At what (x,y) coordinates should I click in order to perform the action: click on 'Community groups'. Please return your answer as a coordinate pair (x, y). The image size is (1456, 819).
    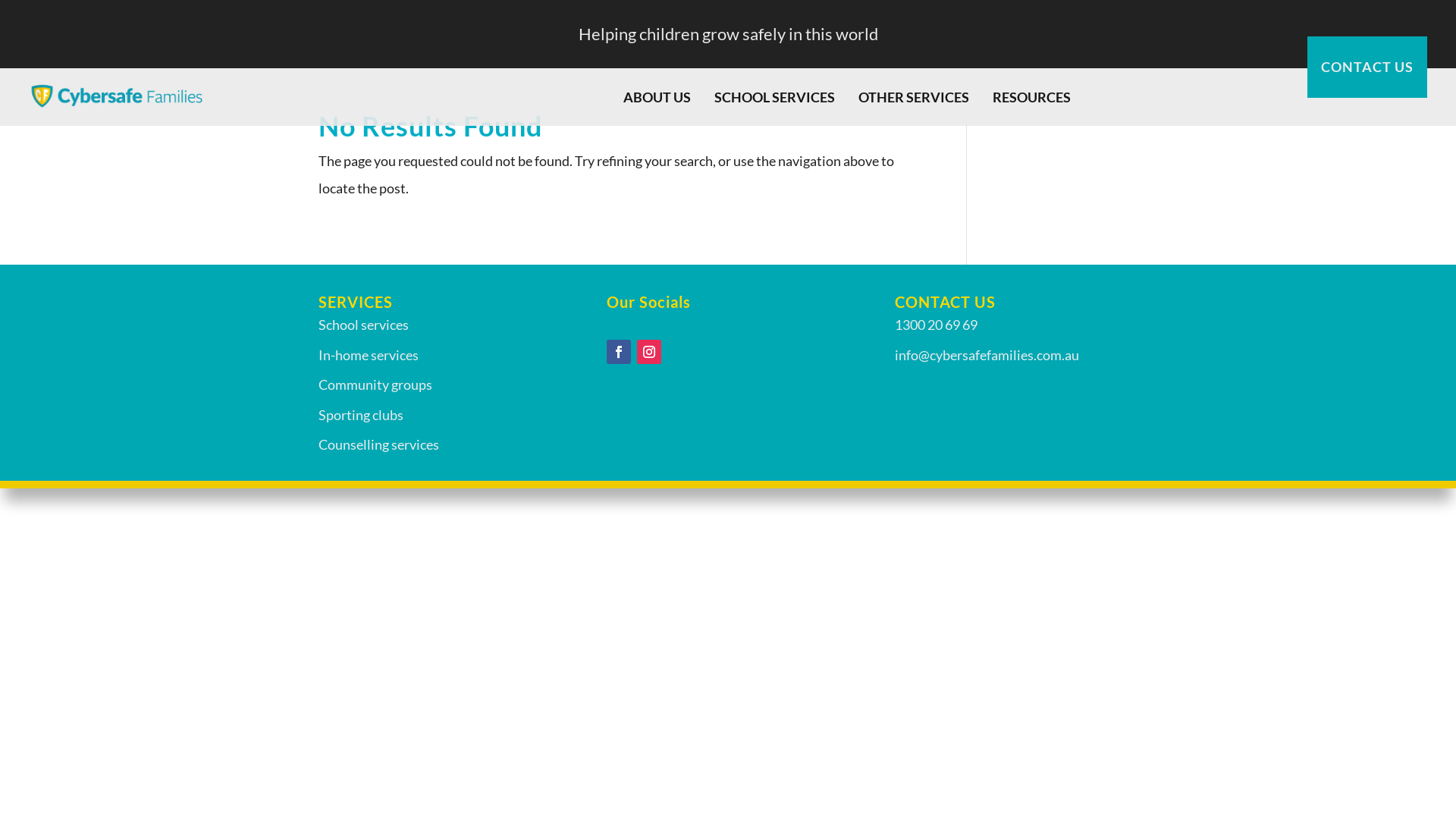
    Looking at the image, I should click on (375, 383).